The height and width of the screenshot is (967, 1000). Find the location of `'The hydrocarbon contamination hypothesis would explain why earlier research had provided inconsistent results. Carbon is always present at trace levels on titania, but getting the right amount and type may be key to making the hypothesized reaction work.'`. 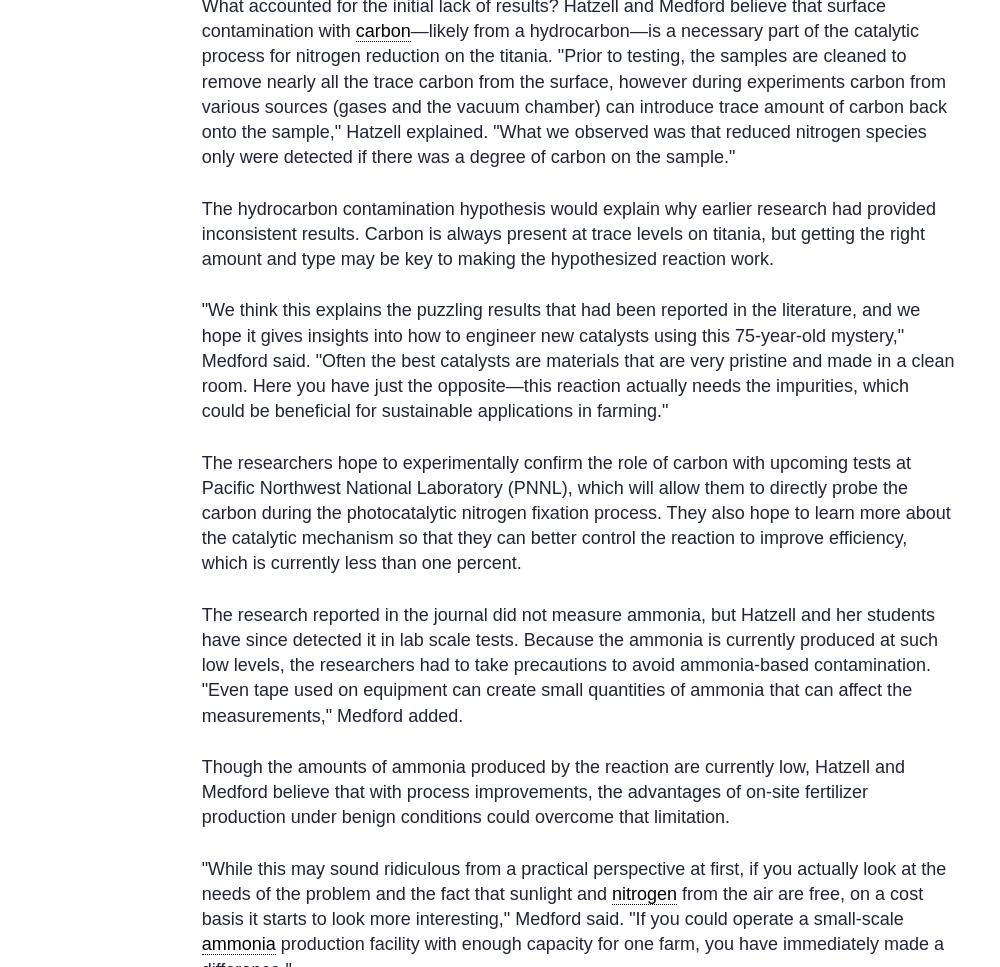

'The hydrocarbon contamination hypothesis would explain why earlier research had provided inconsistent results. Carbon is always present at trace levels on titania, but getting the right amount and type may be key to making the hypothesized reaction work.' is located at coordinates (567, 233).